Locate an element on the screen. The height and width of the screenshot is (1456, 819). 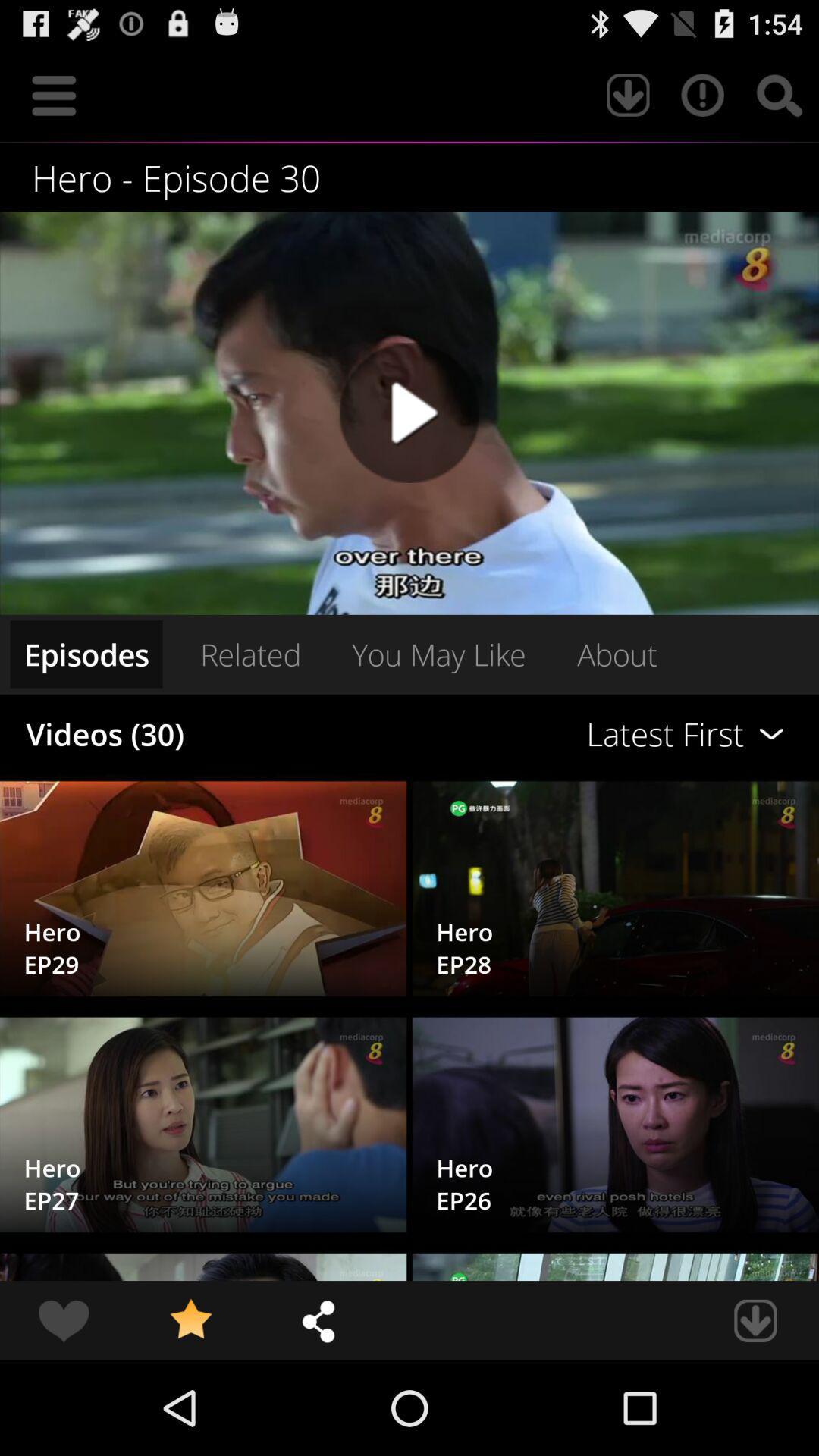
the icon below the hero - episode 30 icon is located at coordinates (409, 413).